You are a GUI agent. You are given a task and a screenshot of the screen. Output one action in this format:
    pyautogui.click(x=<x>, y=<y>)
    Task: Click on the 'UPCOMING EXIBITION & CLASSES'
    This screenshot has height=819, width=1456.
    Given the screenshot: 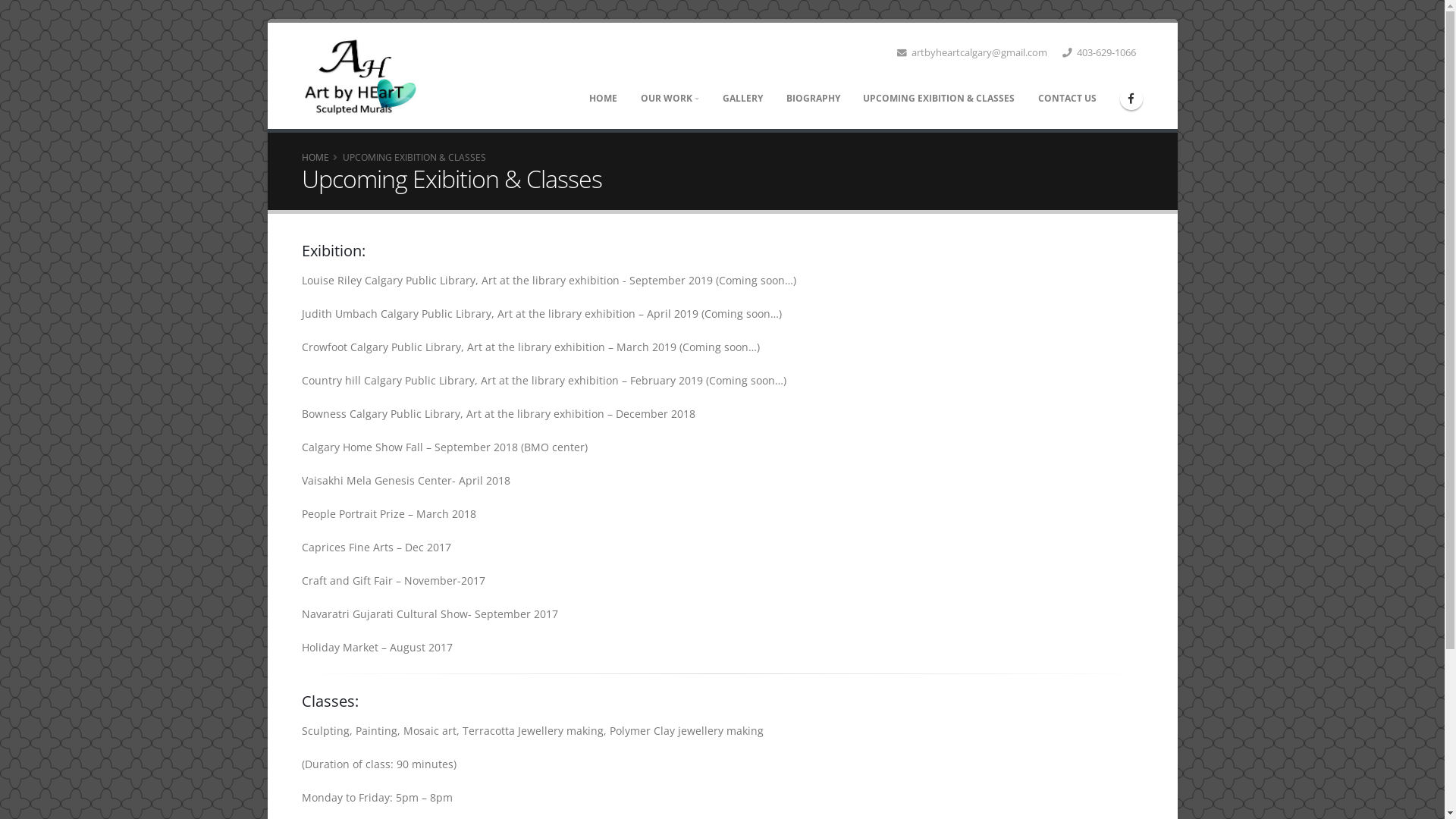 What is the action you would take?
    pyautogui.click(x=852, y=99)
    